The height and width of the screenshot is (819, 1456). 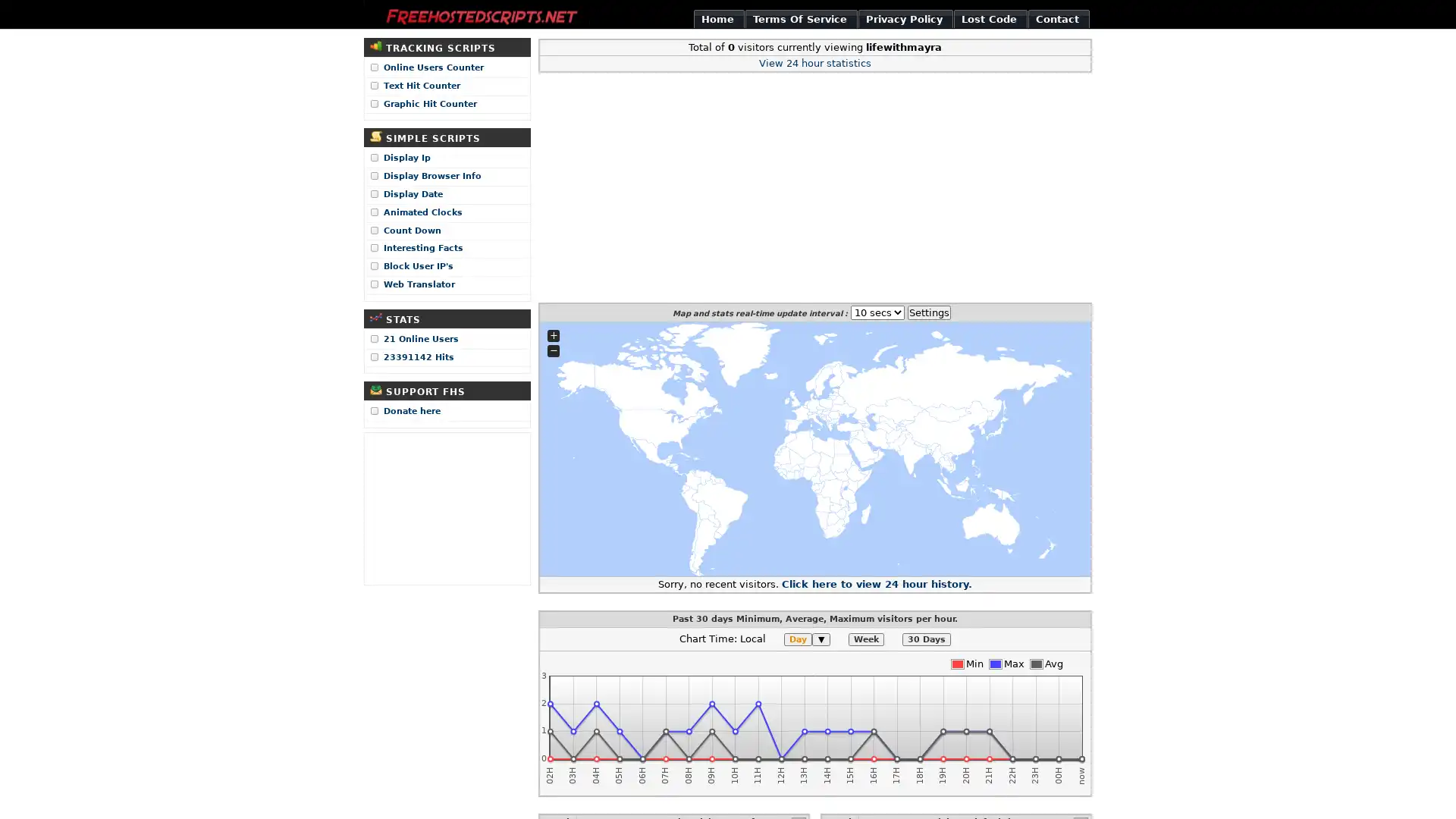 I want to click on Day, so click(x=797, y=639).